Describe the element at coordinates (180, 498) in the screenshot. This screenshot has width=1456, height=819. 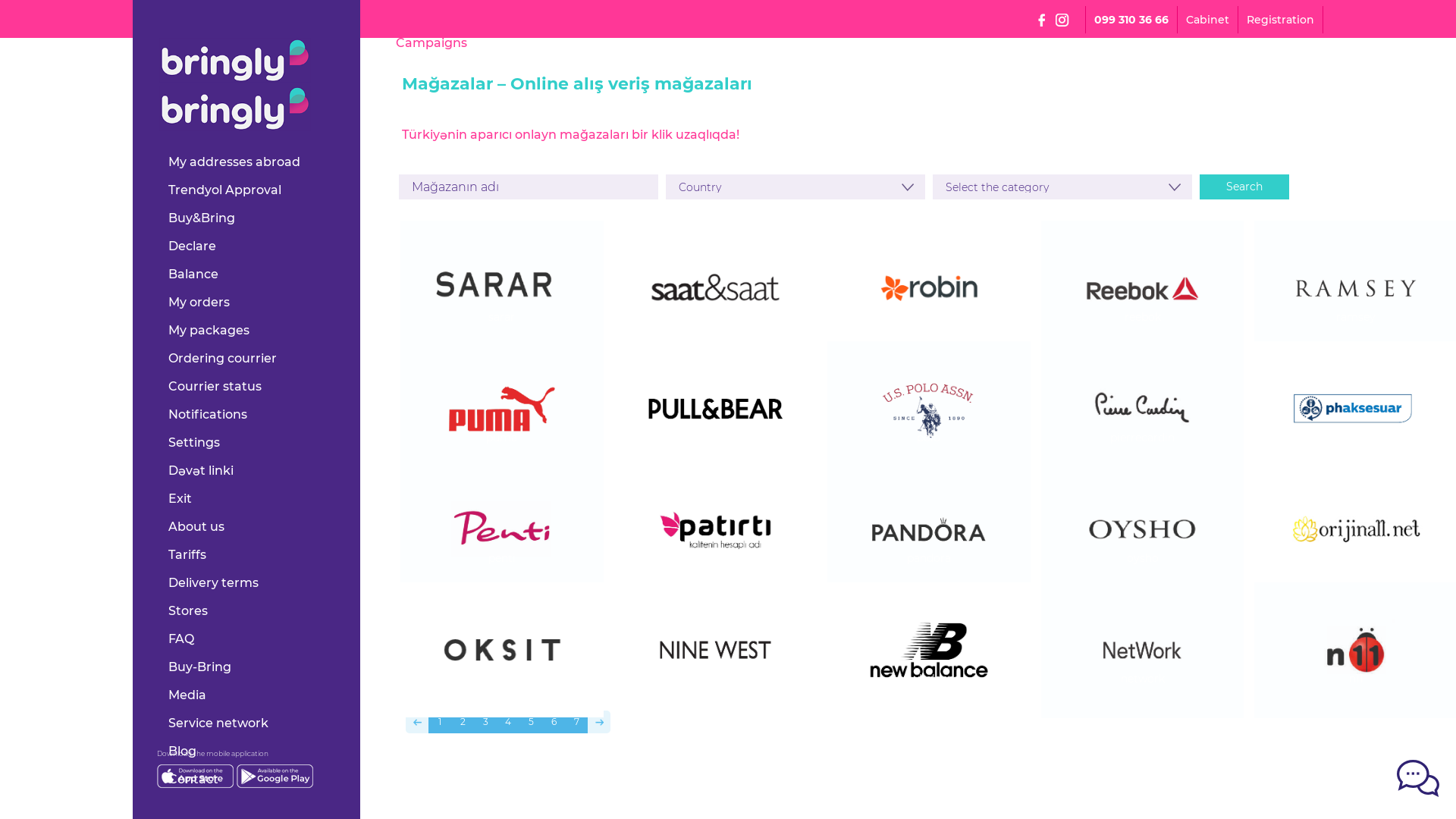
I see `'Exit'` at that location.